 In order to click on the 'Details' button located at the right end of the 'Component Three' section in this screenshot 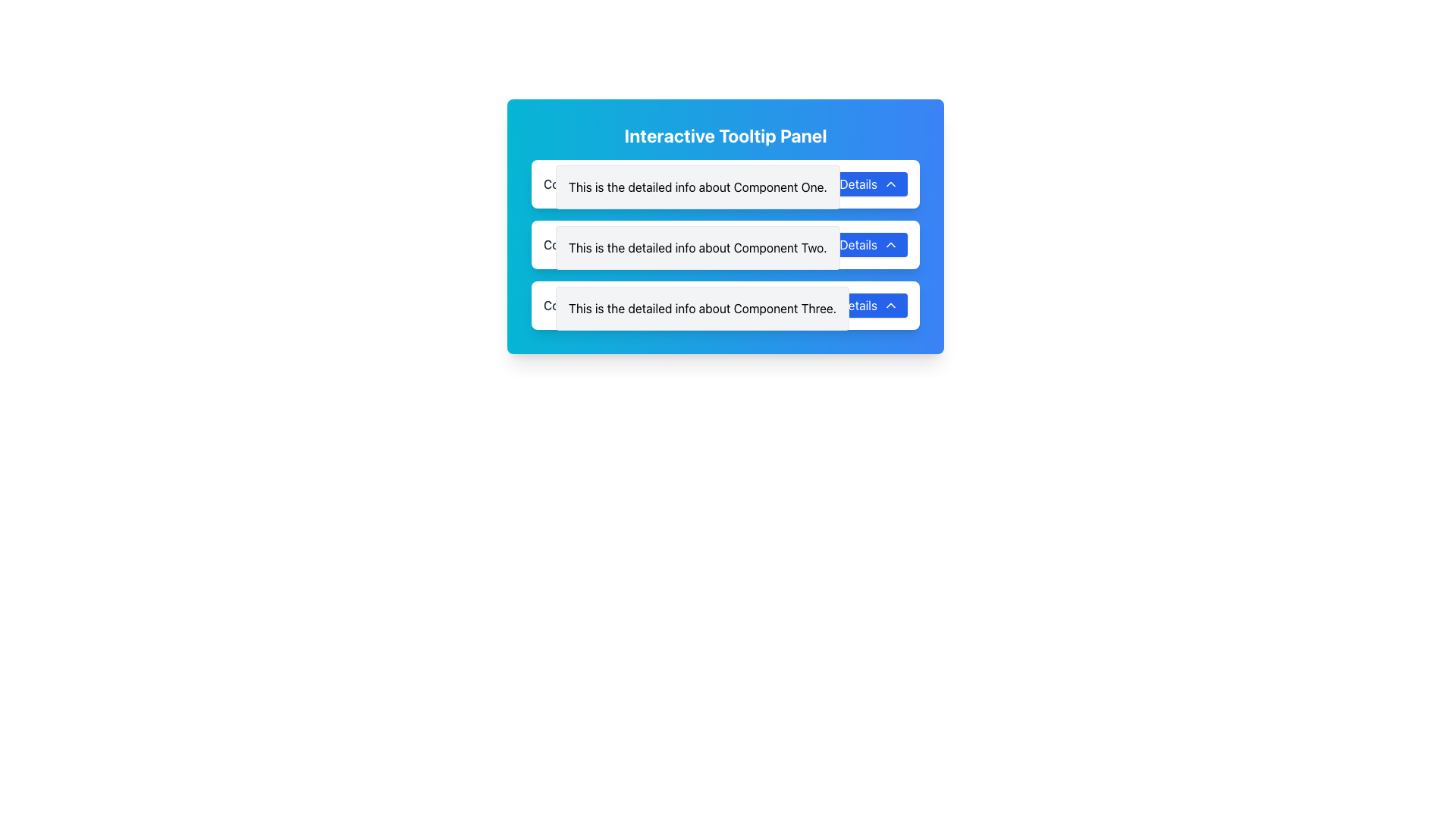, I will do `click(869, 305)`.